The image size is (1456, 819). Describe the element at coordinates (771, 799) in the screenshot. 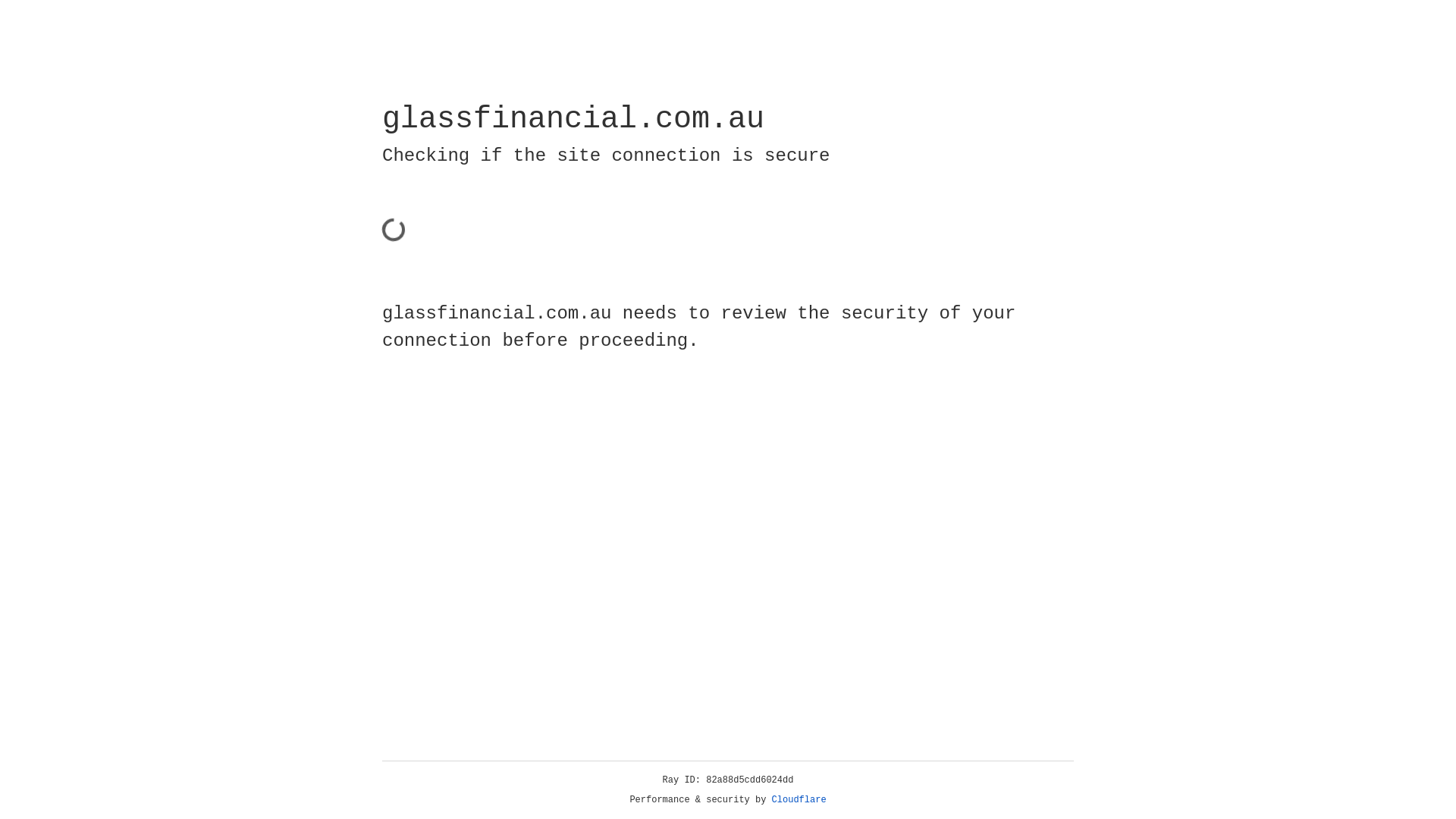

I see `'Cloudflare'` at that location.